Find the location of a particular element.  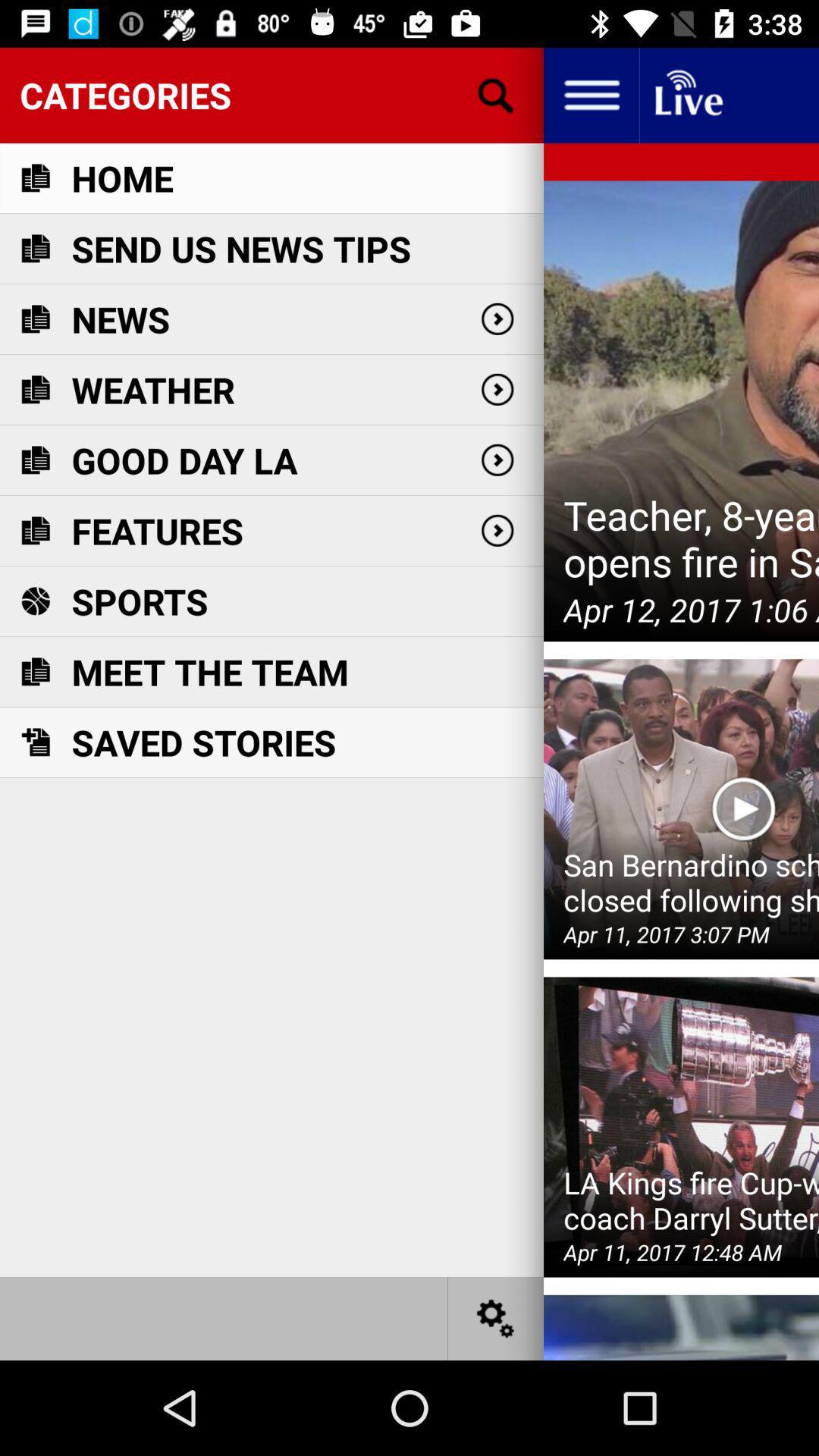

live broadcast is located at coordinates (687, 94).